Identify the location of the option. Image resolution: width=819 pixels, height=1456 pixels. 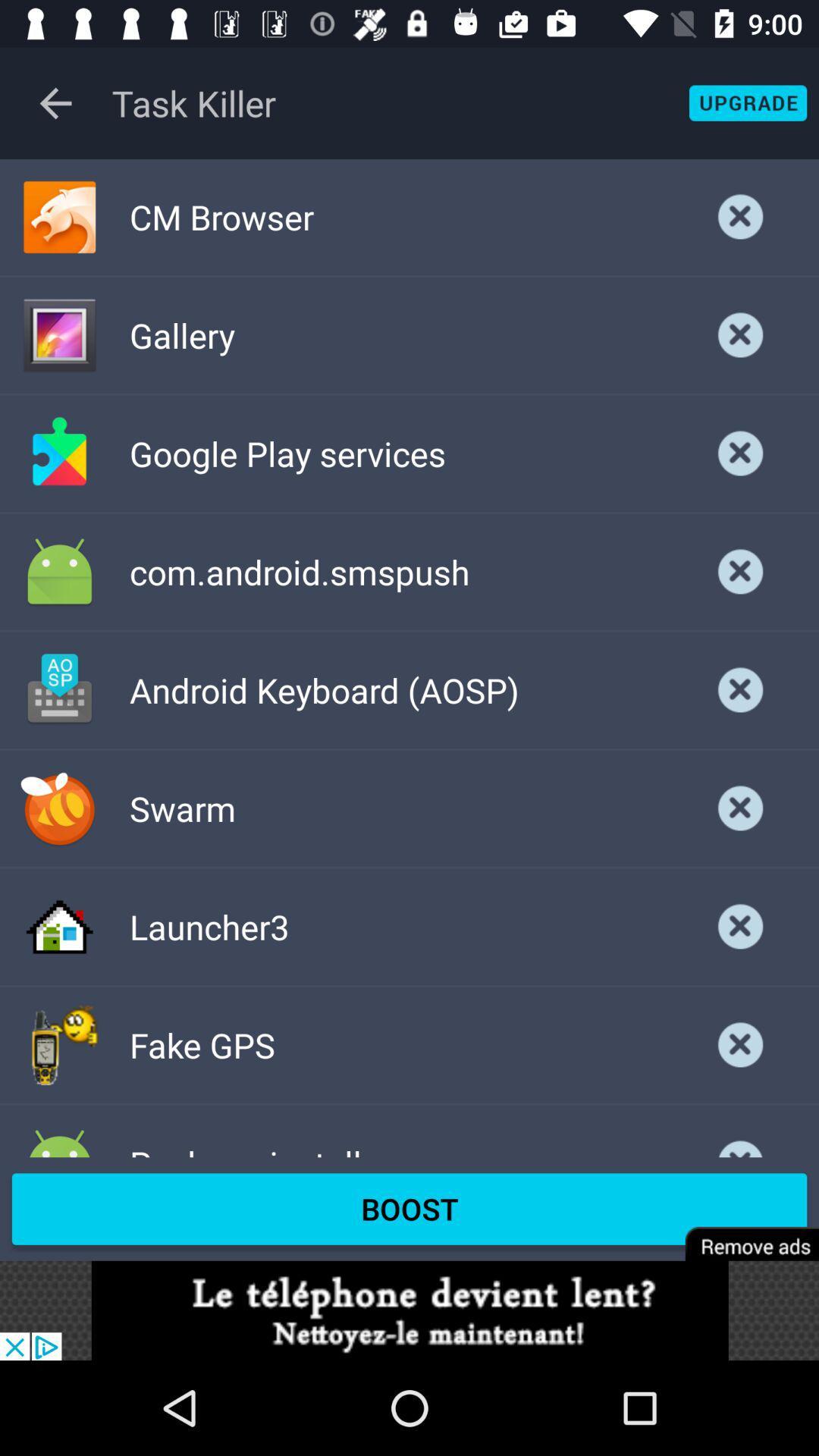
(740, 571).